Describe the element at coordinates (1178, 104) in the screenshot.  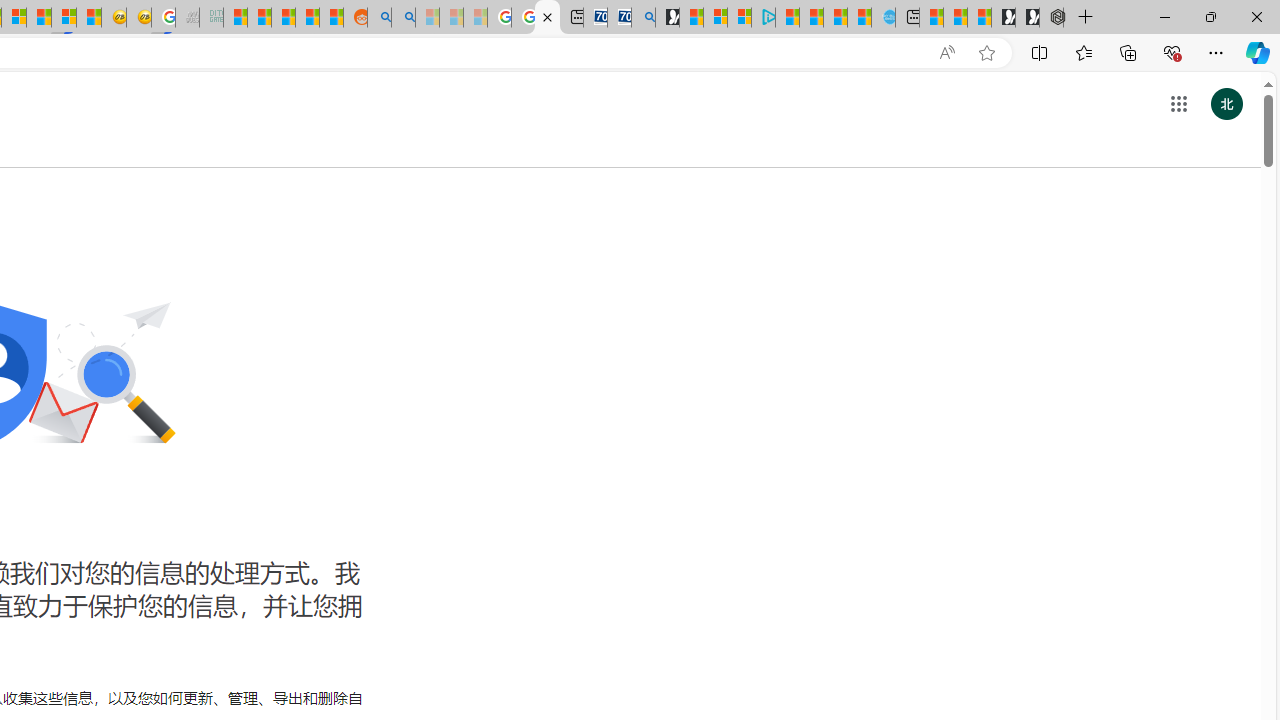
I see `'Class: gb_E'` at that location.